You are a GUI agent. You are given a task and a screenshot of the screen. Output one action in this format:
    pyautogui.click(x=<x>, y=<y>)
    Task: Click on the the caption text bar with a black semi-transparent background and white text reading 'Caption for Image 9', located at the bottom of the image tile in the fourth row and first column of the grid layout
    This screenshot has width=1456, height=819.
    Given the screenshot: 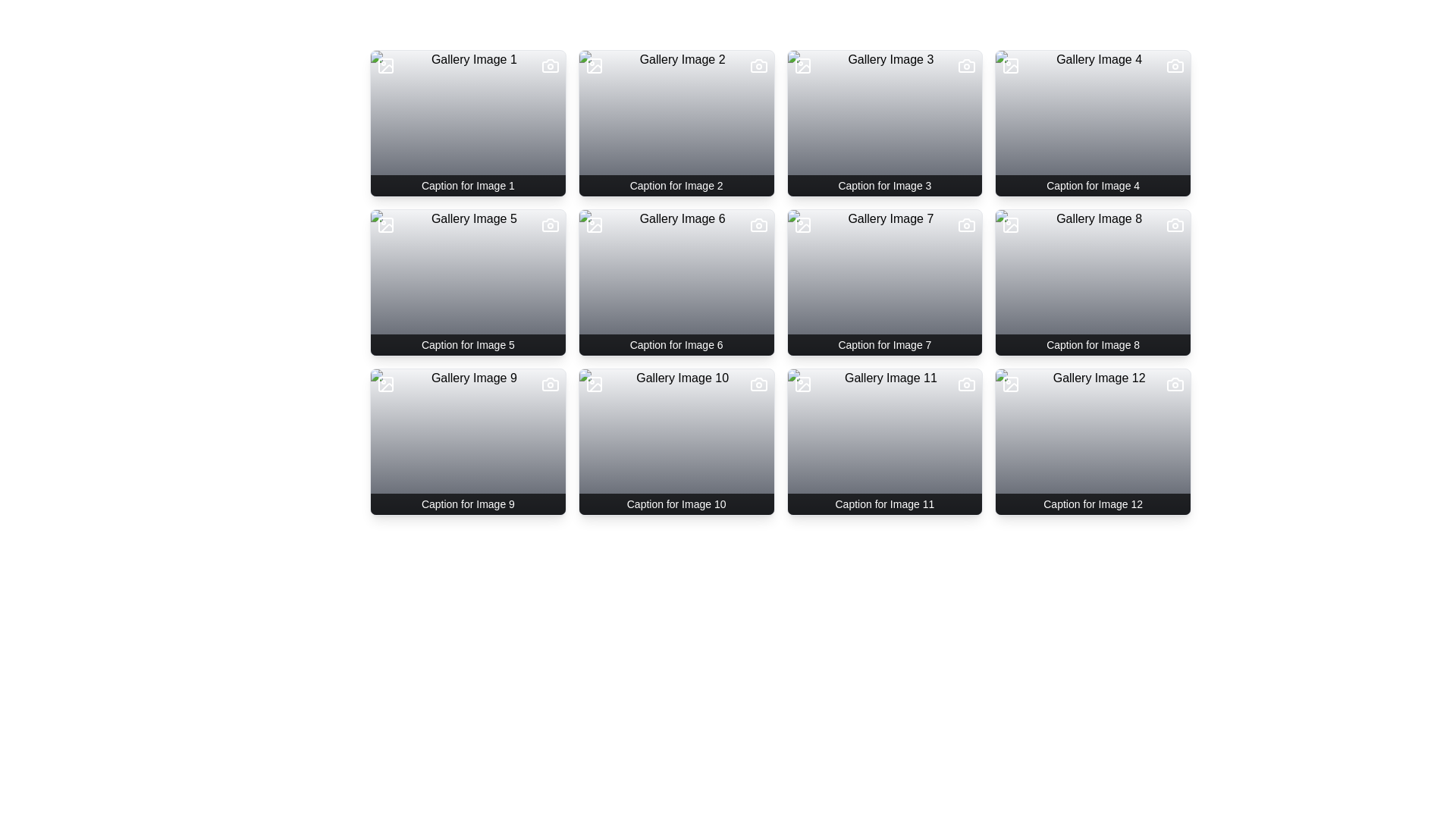 What is the action you would take?
    pyautogui.click(x=467, y=504)
    